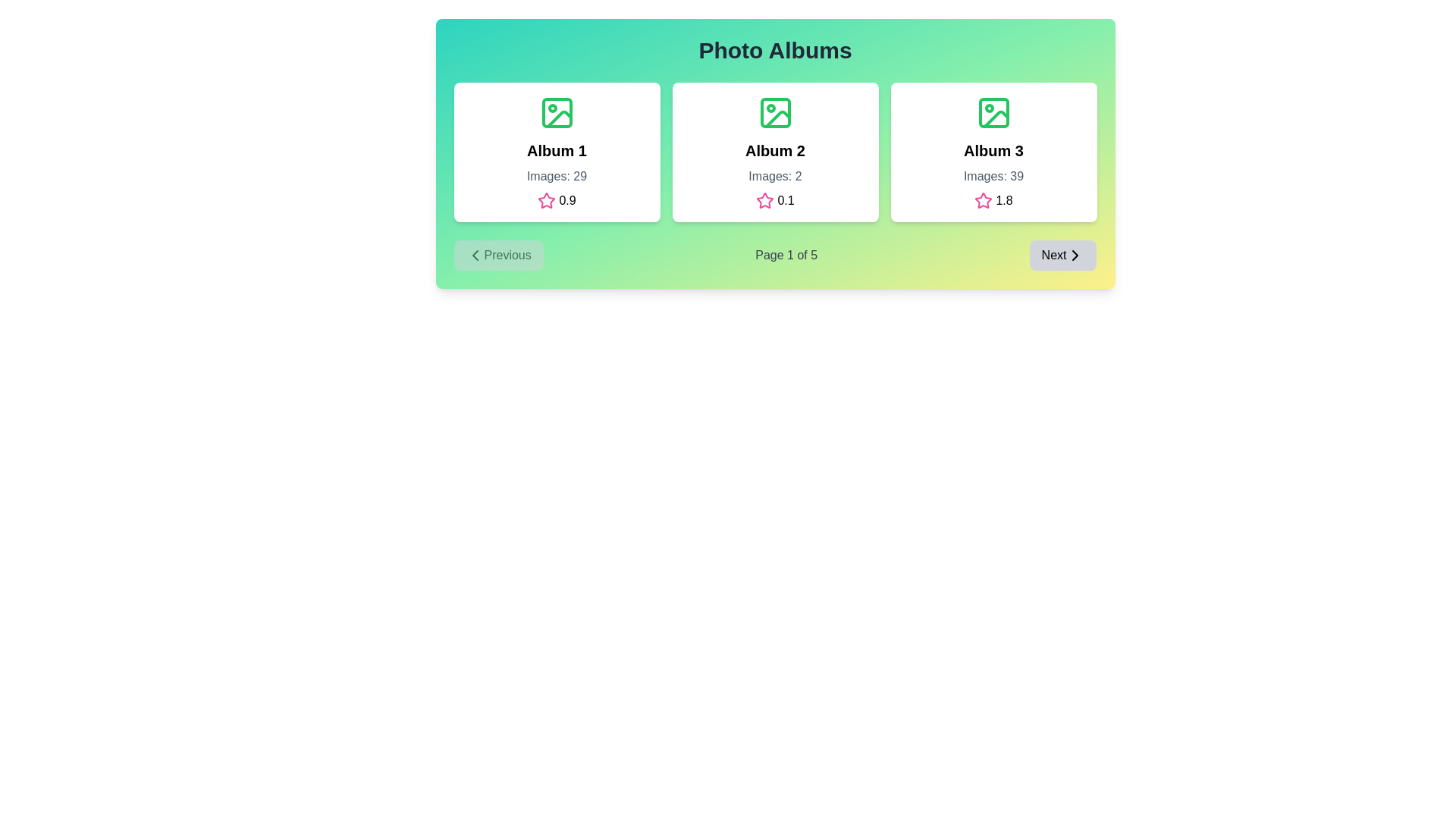 The height and width of the screenshot is (819, 1456). What do you see at coordinates (558, 118) in the screenshot?
I see `the green line drawing element forming a segment of the picture icon located in the bottom right portion of the first album card's SVG drawing` at bounding box center [558, 118].